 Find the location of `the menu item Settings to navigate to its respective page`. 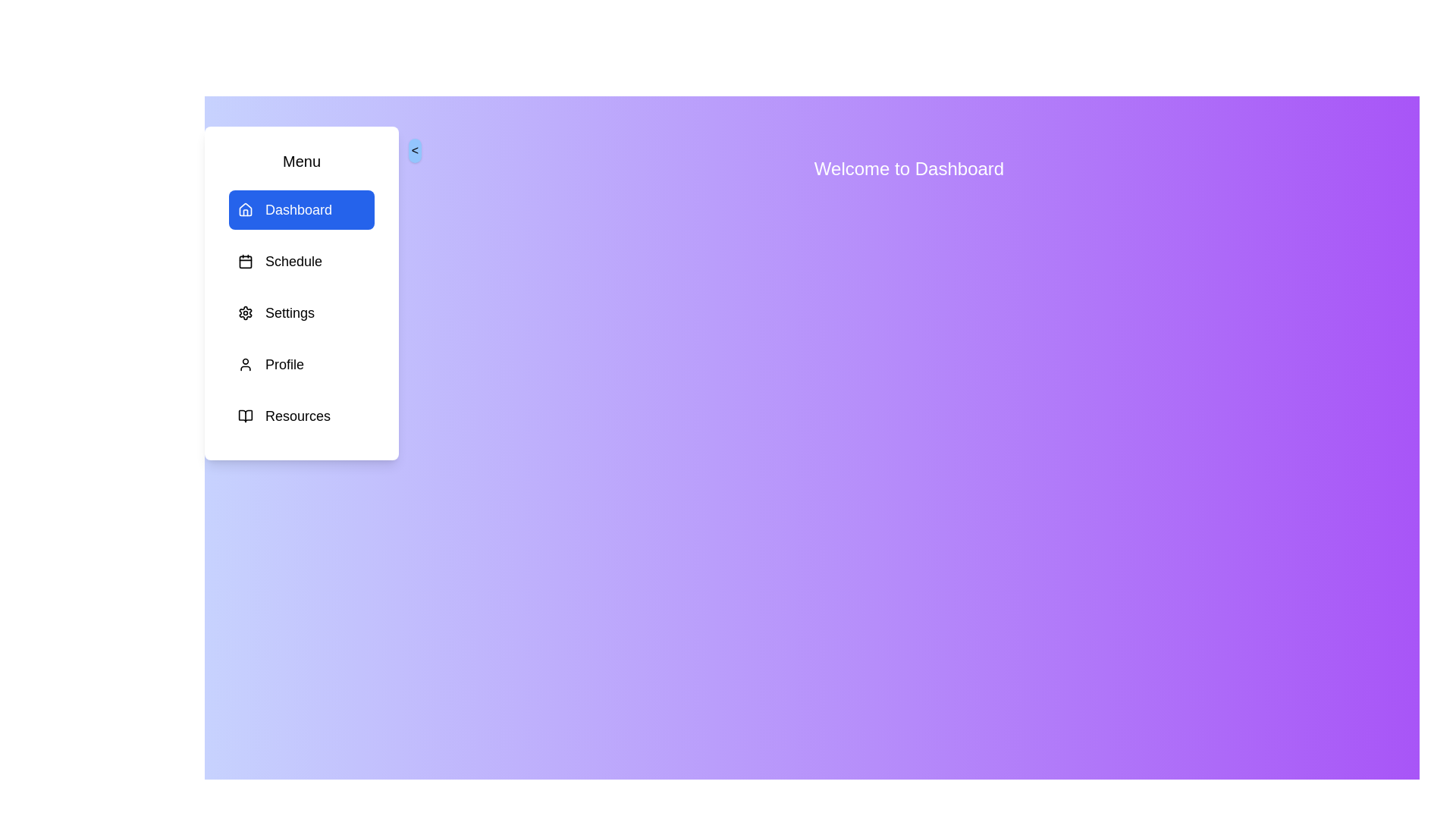

the menu item Settings to navigate to its respective page is located at coordinates (302, 312).